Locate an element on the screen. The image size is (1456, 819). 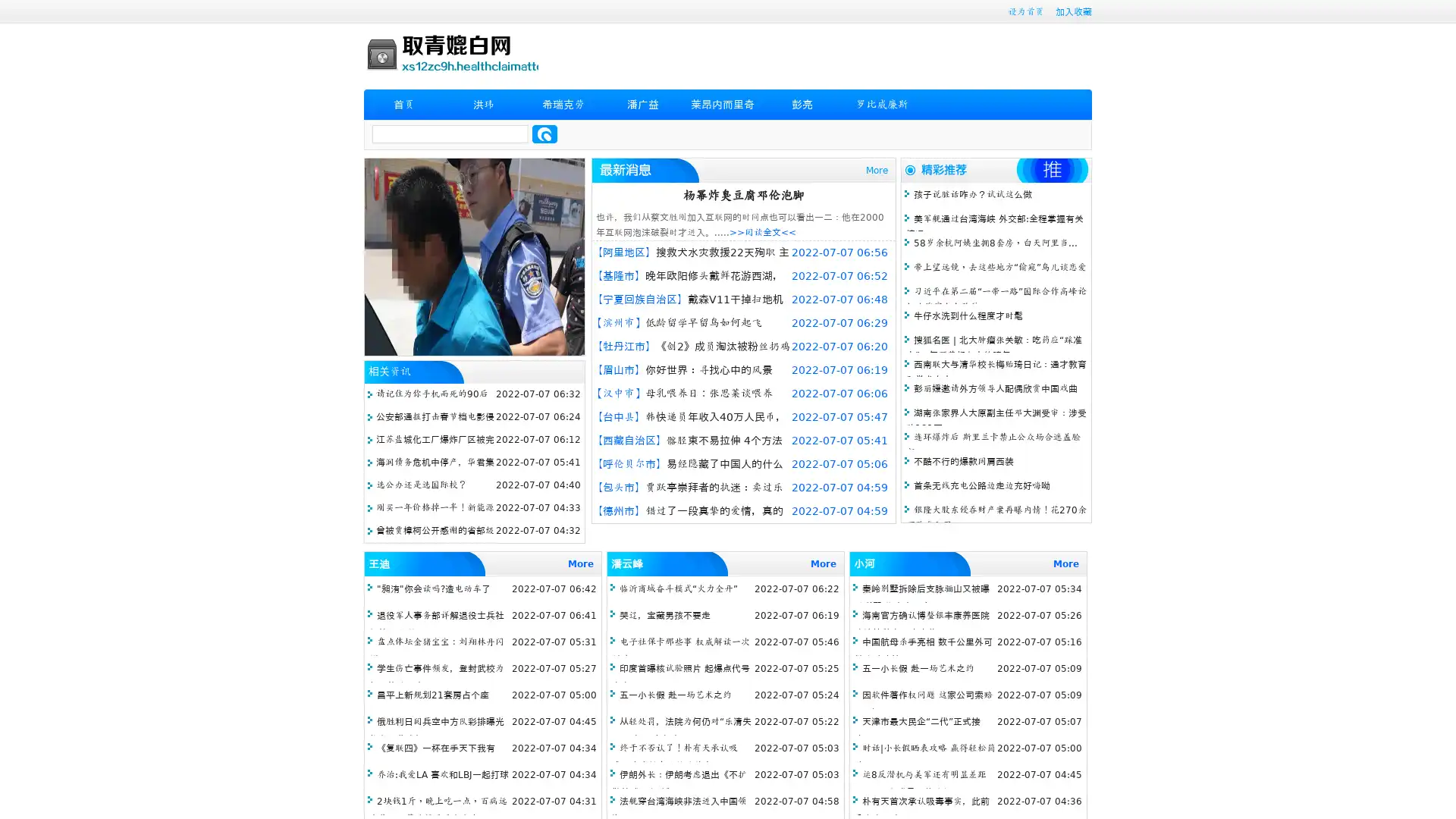
Search is located at coordinates (544, 133).